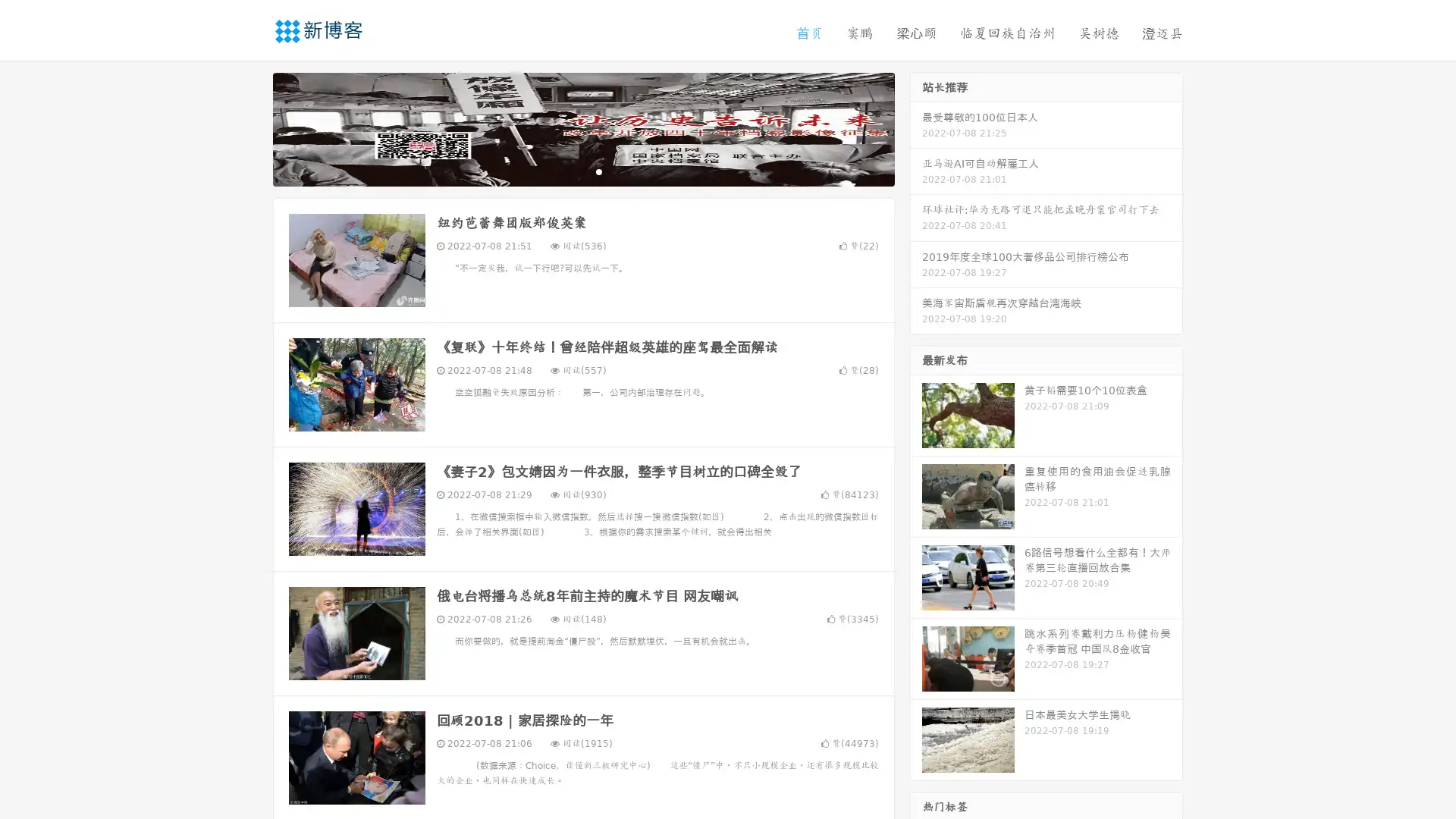 The image size is (1456, 819). I want to click on Next slide, so click(916, 127).